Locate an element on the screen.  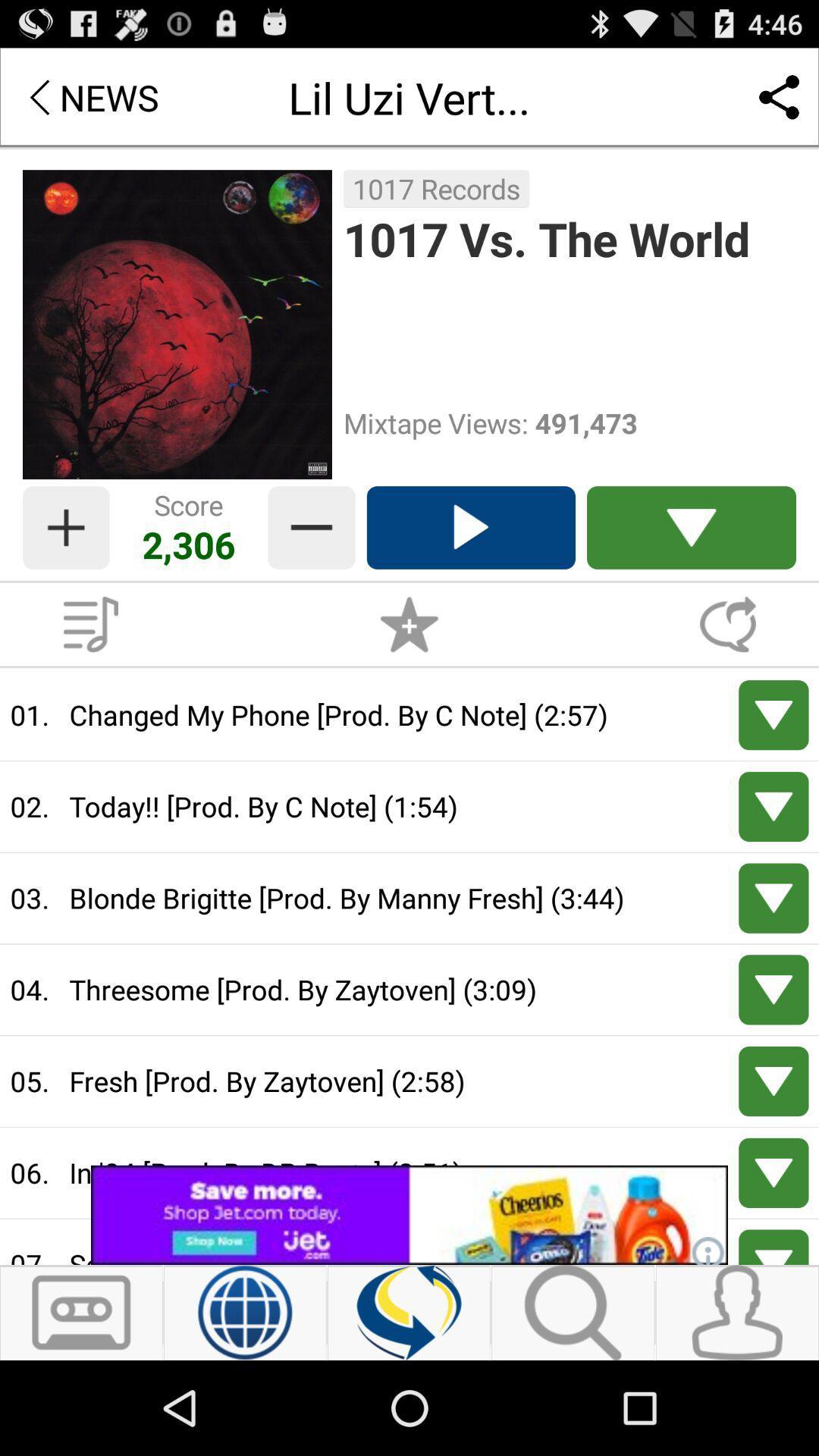
comment is located at coordinates (727, 624).